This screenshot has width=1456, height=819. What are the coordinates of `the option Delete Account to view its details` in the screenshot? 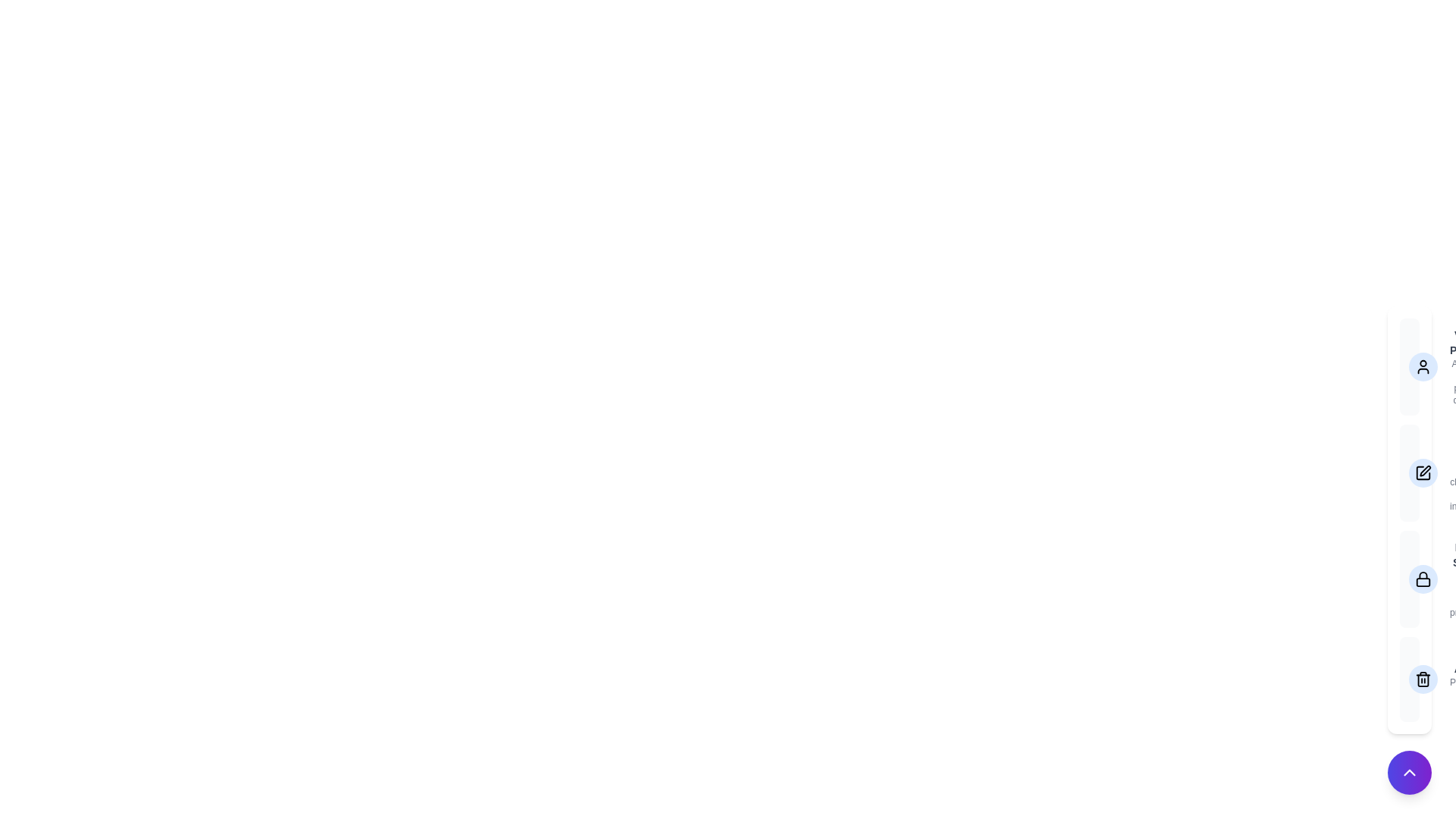 It's located at (1408, 678).